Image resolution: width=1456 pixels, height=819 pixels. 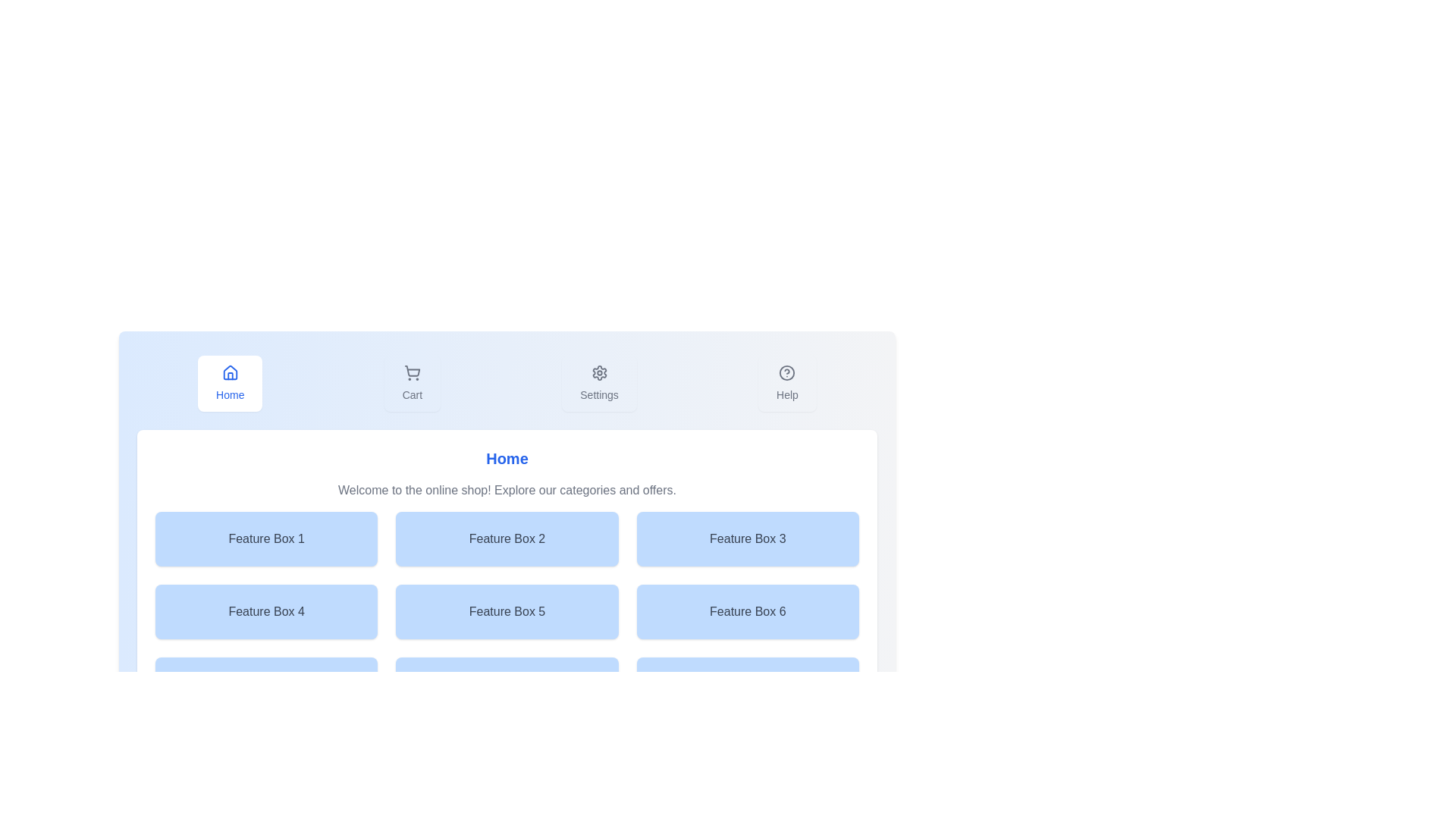 What do you see at coordinates (229, 382) in the screenshot?
I see `the Home tab button to observe the hover effect` at bounding box center [229, 382].